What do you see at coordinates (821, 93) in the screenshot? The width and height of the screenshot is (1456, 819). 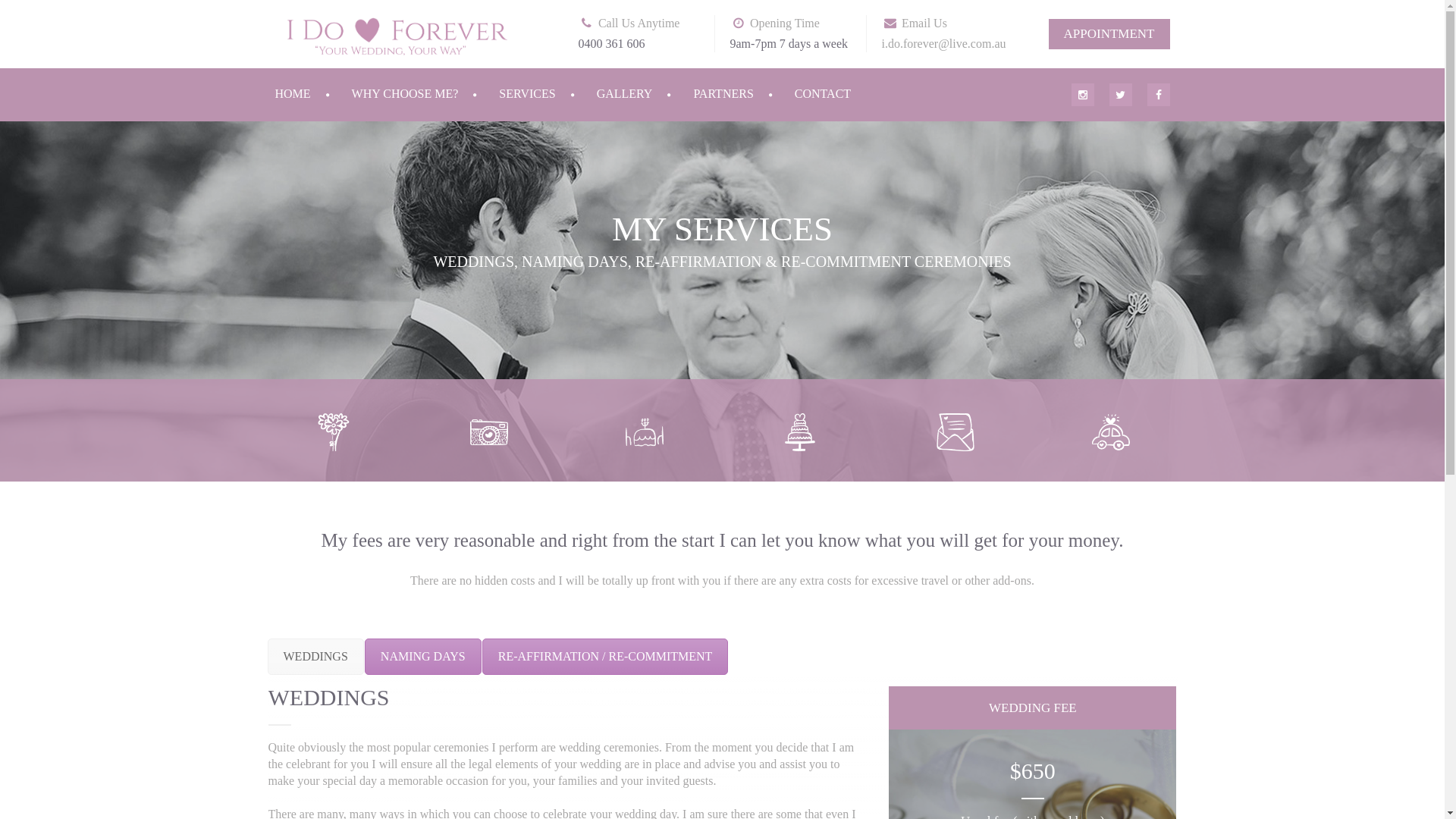 I see `'CONTACT'` at bounding box center [821, 93].